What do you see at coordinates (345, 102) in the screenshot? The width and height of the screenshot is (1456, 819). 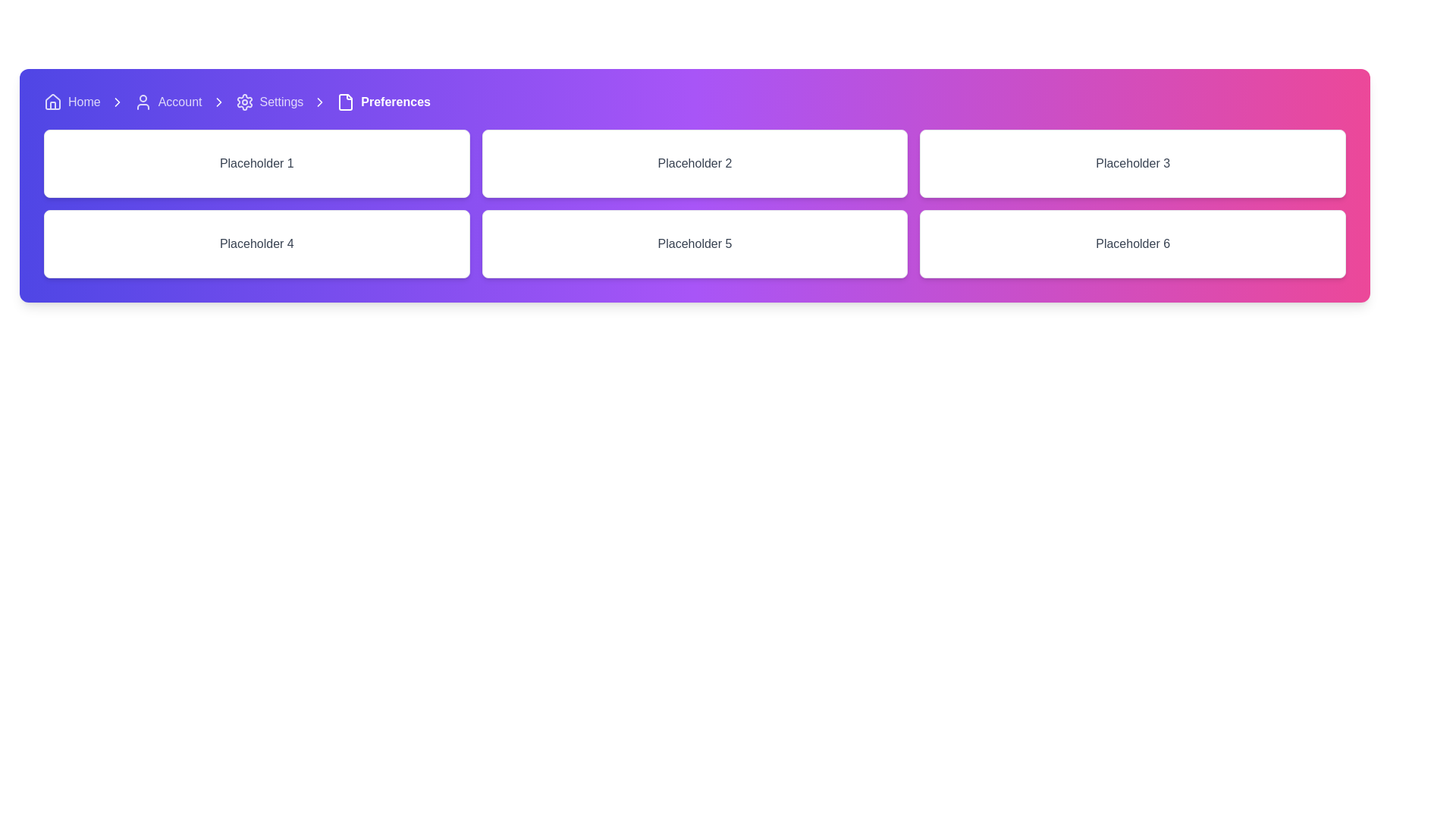 I see `the icon representing the 'Preferences' or 'Settings' page in the breadcrumb navigation bar` at bounding box center [345, 102].